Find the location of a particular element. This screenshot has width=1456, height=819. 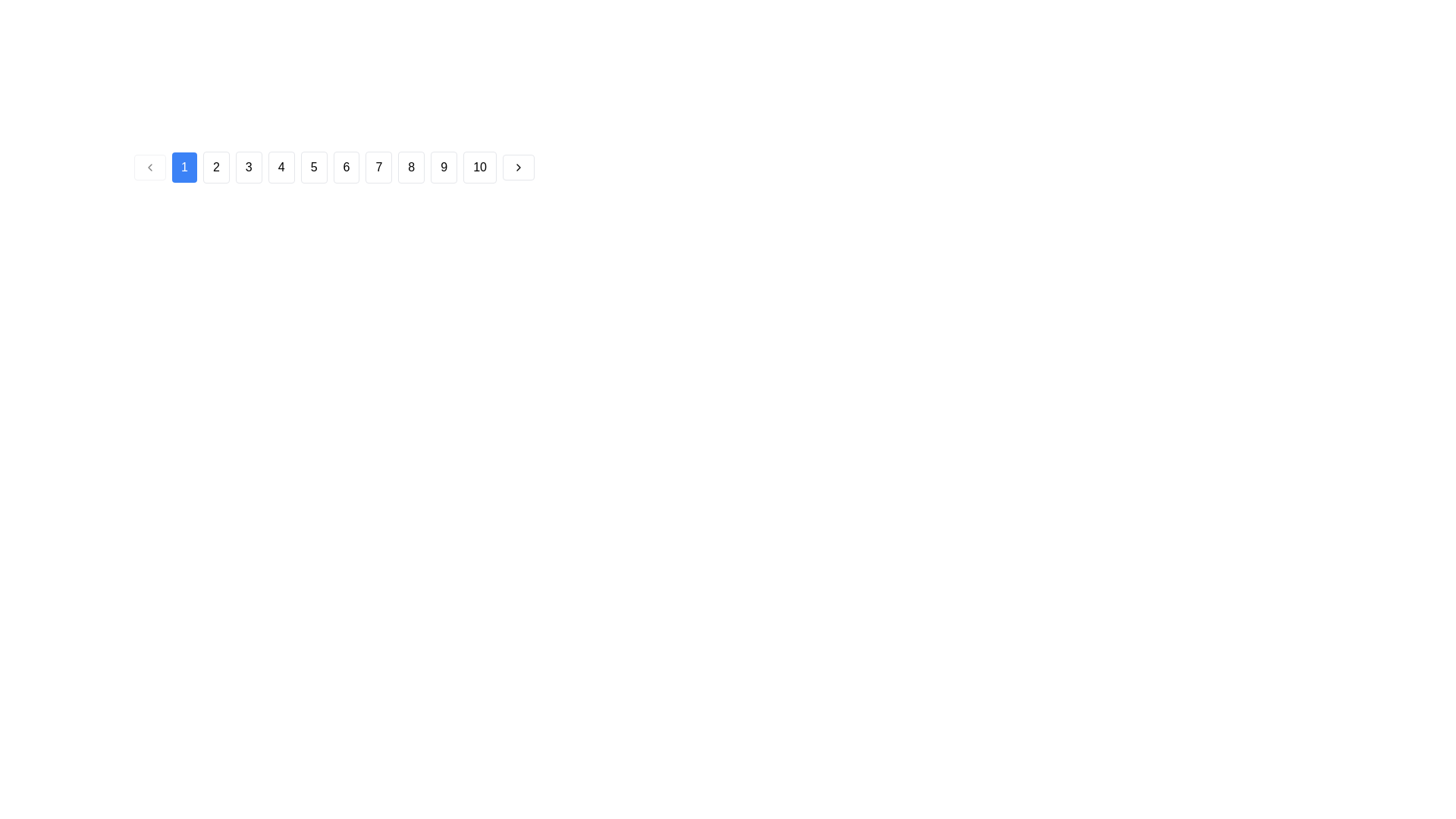

the pagination button displaying the number '2' is located at coordinates (215, 167).